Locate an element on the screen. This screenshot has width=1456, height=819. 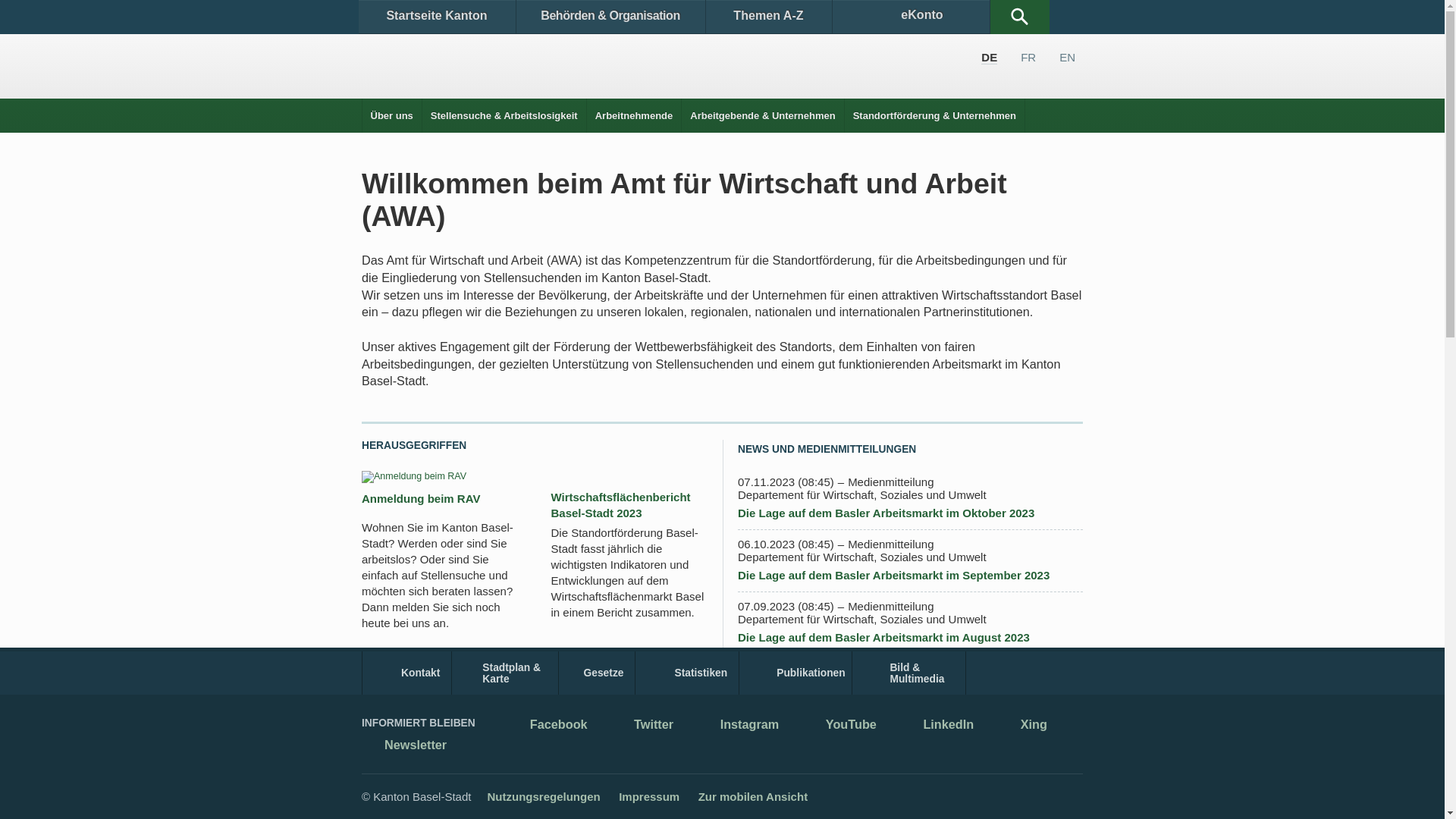
'Themen A-Z' is located at coordinates (767, 17).